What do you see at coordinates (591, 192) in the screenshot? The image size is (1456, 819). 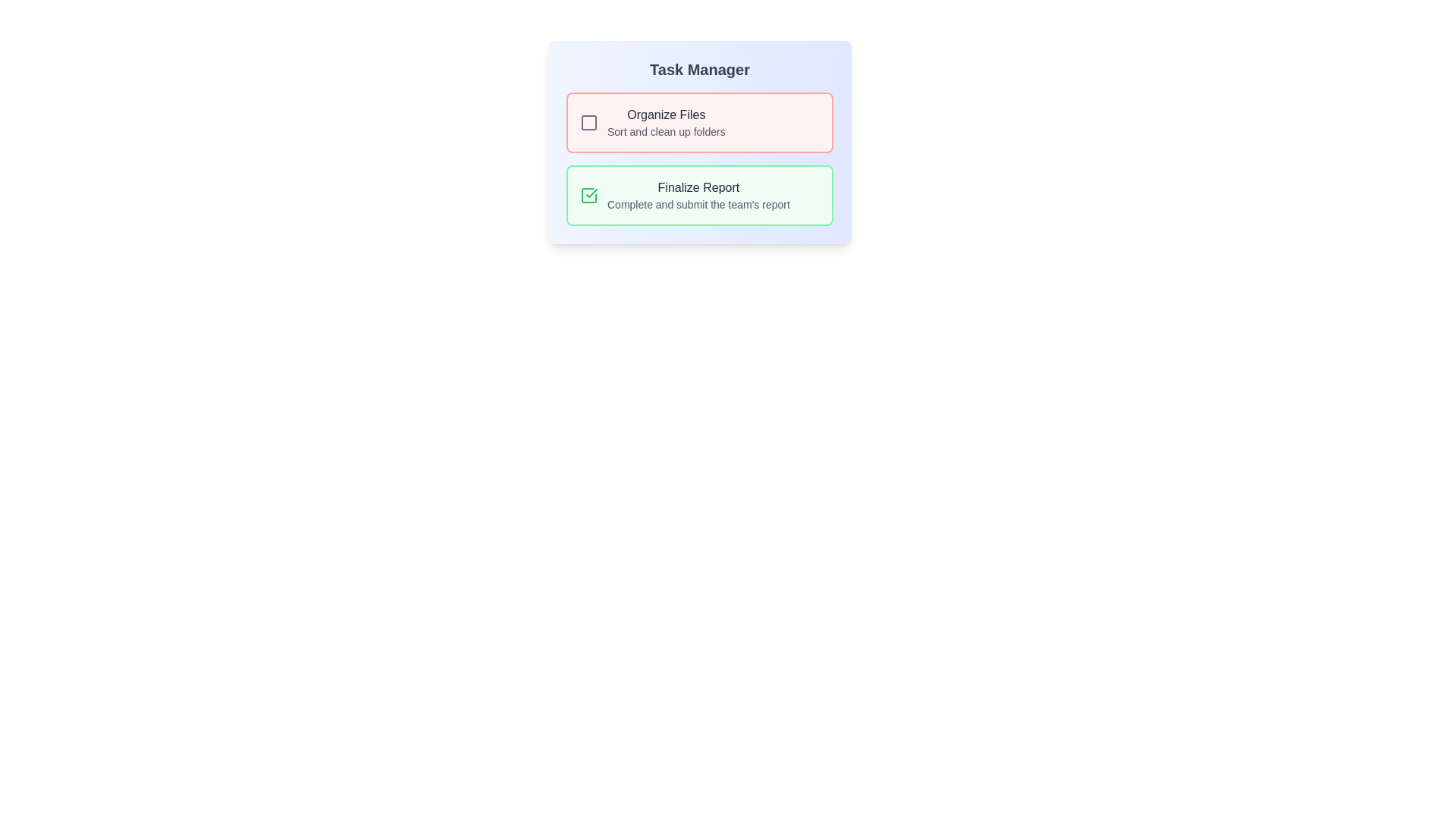 I see `the green checkmark icon indicating completion or approval, which is located within the green-bordered section labeled 'Finalize Report' in the Task Manager box` at bounding box center [591, 192].